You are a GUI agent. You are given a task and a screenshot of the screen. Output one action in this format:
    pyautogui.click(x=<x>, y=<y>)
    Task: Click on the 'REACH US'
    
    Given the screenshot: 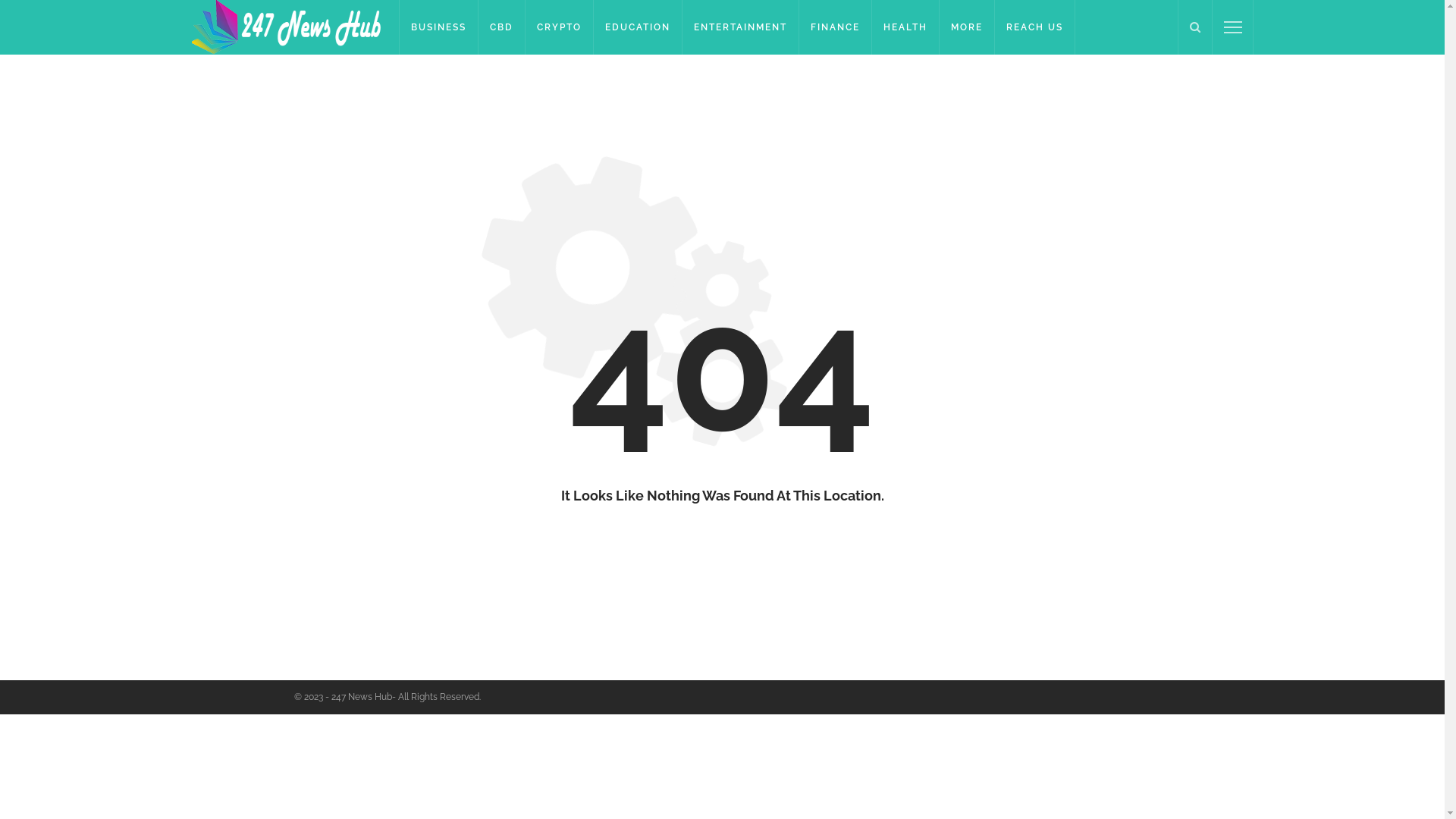 What is the action you would take?
    pyautogui.click(x=1034, y=27)
    